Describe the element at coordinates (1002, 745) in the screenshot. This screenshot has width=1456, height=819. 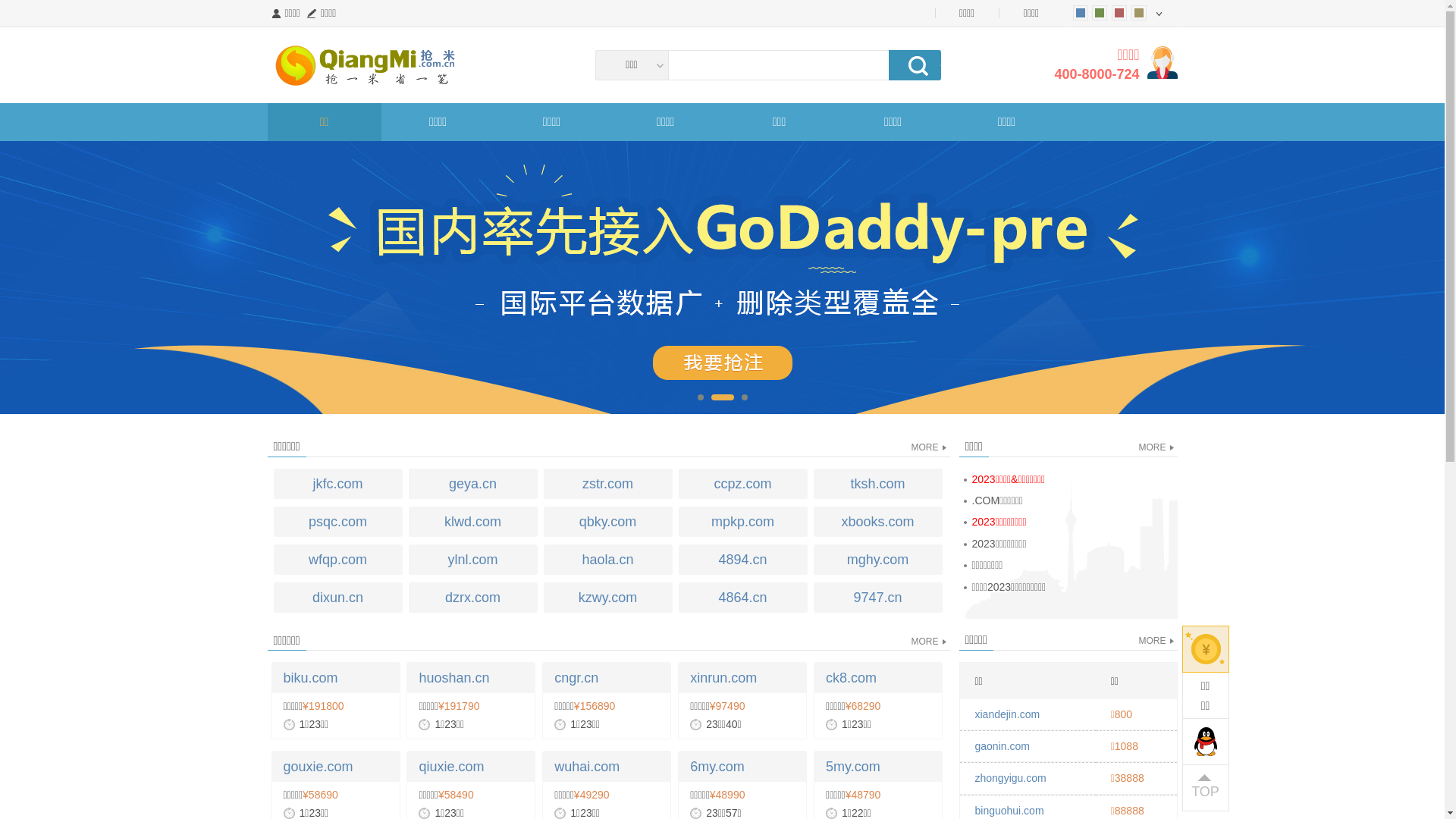
I see `'gaonin.com'` at that location.